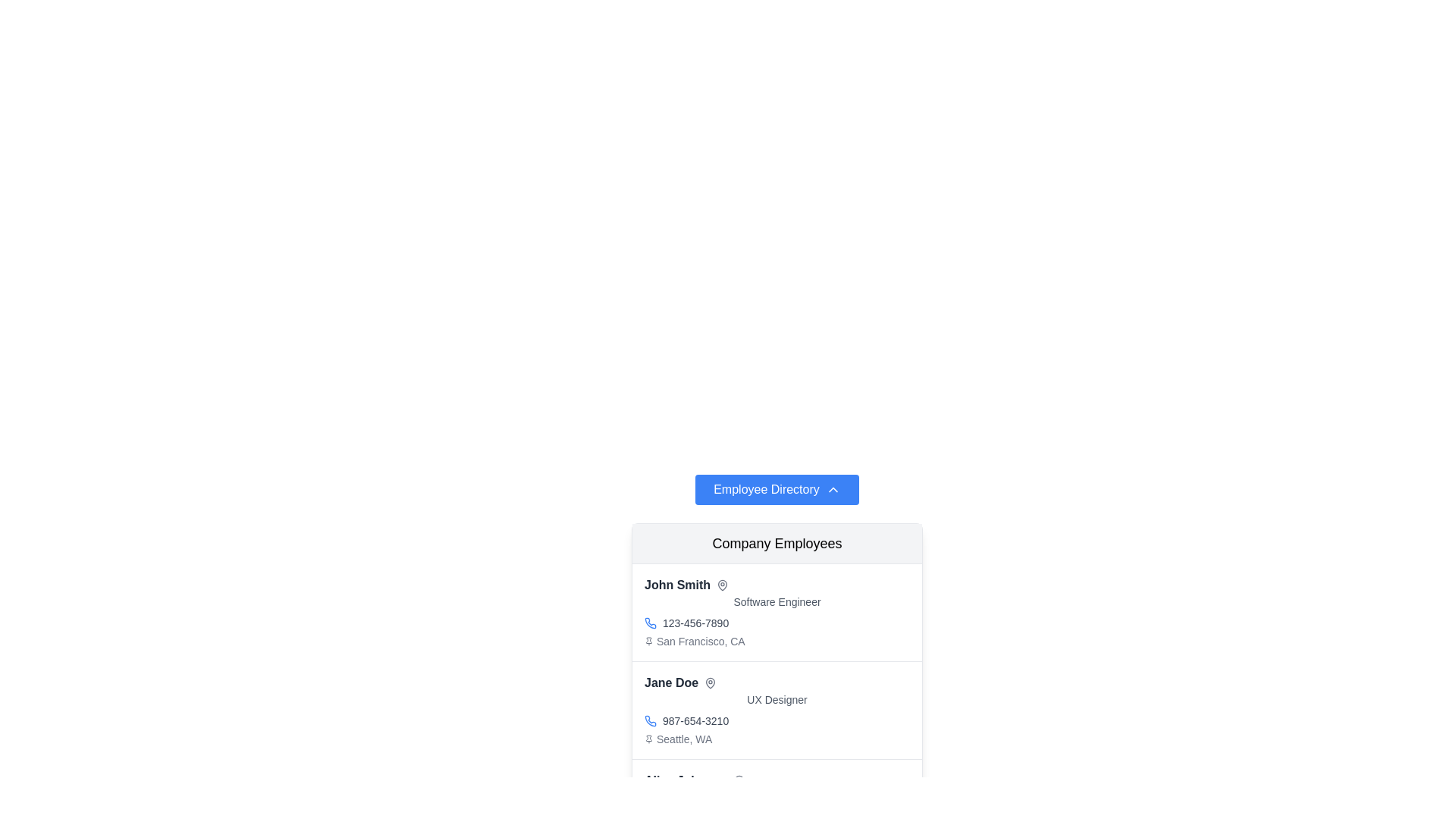 The image size is (1456, 819). What do you see at coordinates (651, 623) in the screenshot?
I see `the blue phone icon positioned to the left of the text '123-456-7890'` at bounding box center [651, 623].